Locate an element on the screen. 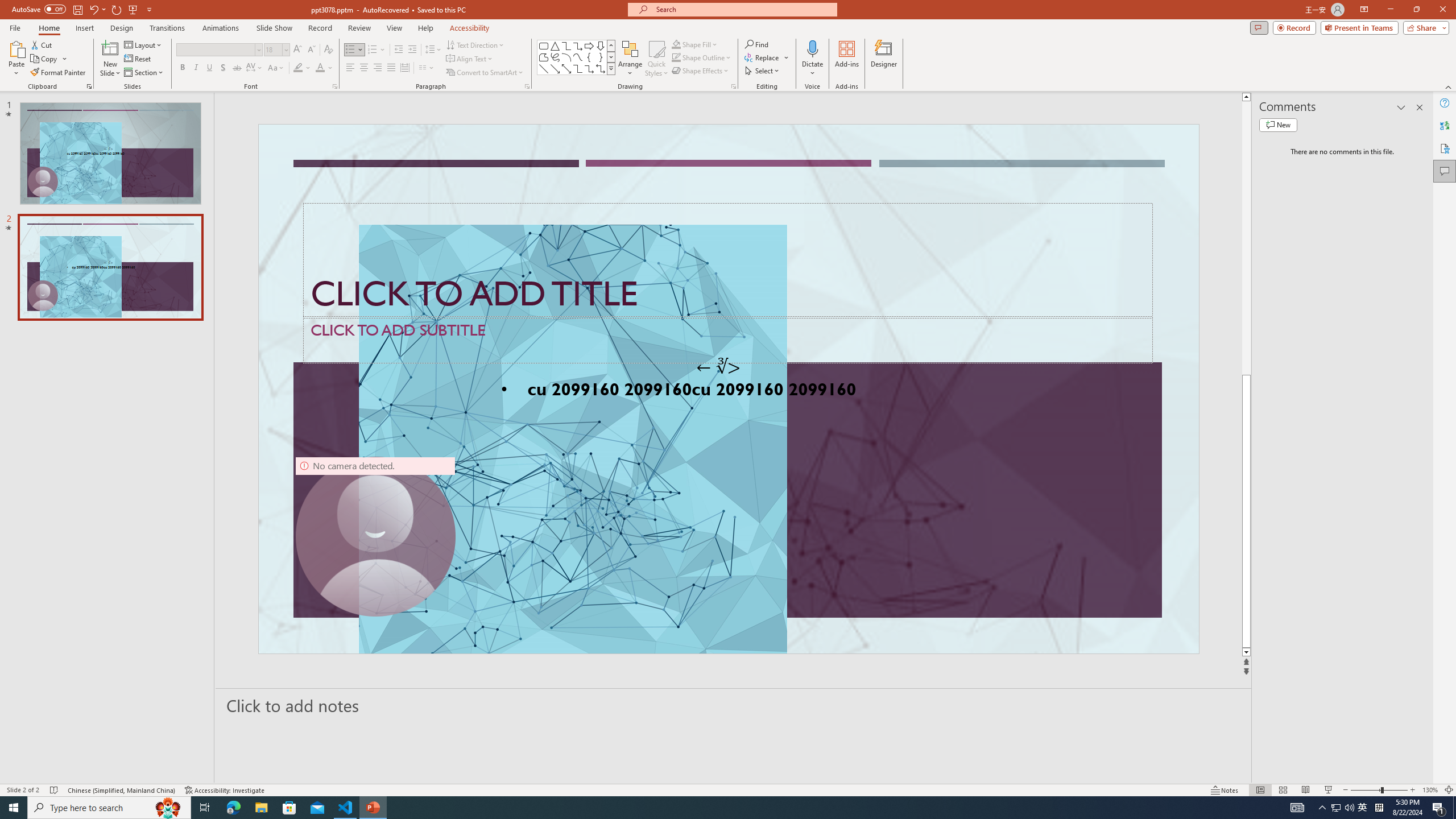  'Minimize' is located at coordinates (1389, 9).